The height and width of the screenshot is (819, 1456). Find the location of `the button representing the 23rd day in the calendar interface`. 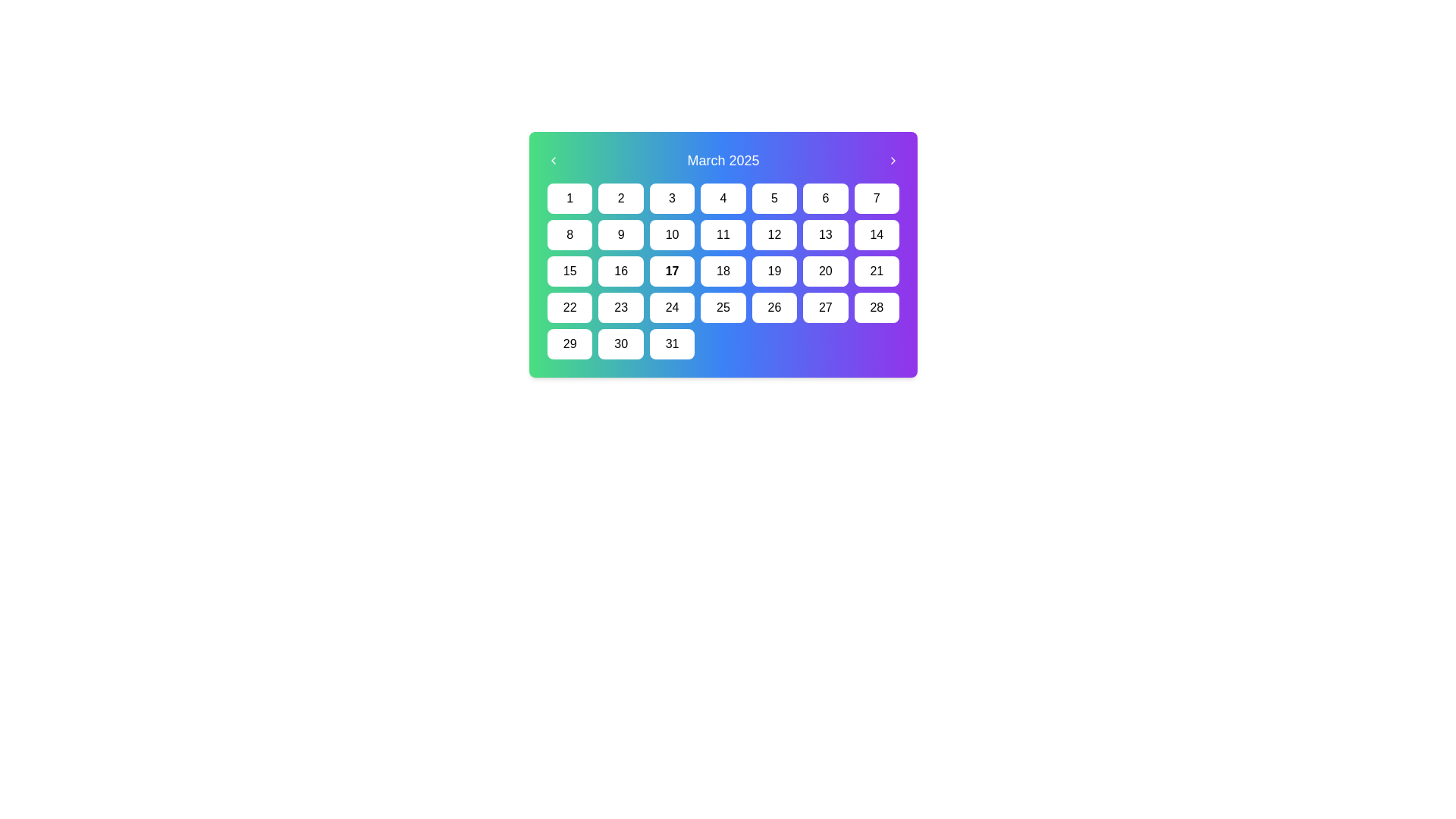

the button representing the 23rd day in the calendar interface is located at coordinates (621, 307).